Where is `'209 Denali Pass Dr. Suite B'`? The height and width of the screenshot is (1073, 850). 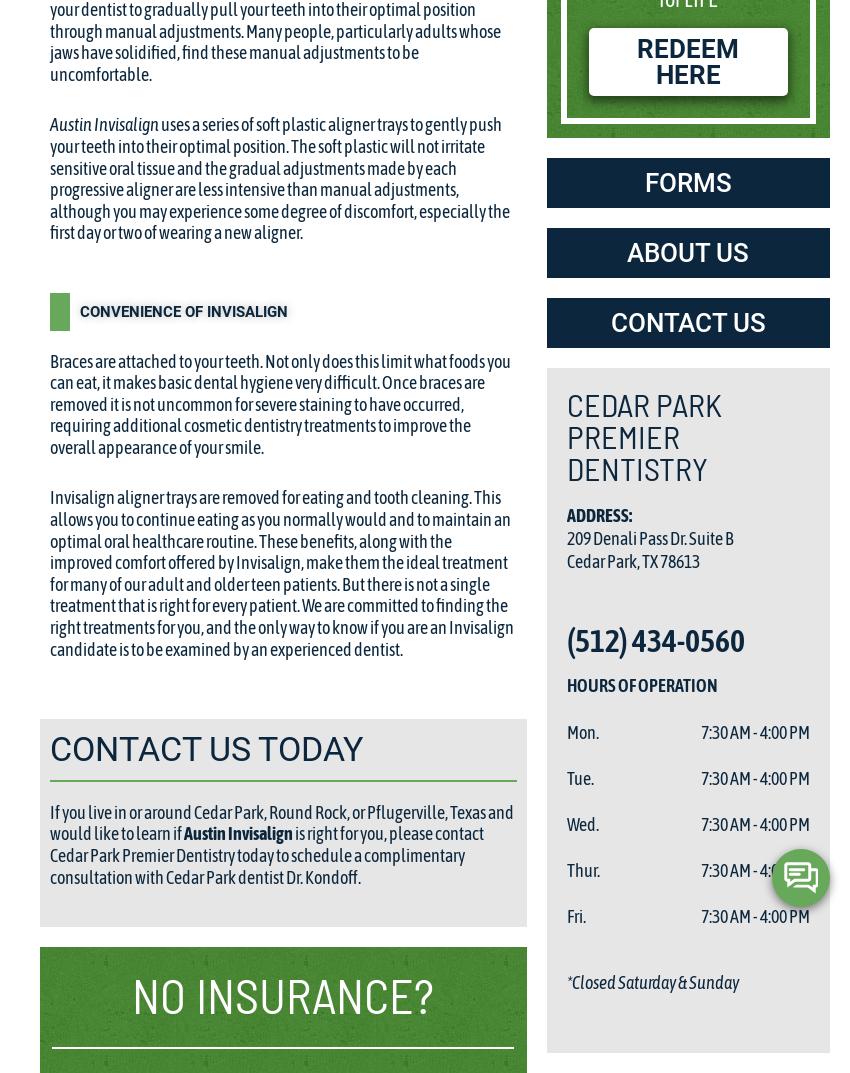
'209 Denali Pass Dr. Suite B' is located at coordinates (566, 536).